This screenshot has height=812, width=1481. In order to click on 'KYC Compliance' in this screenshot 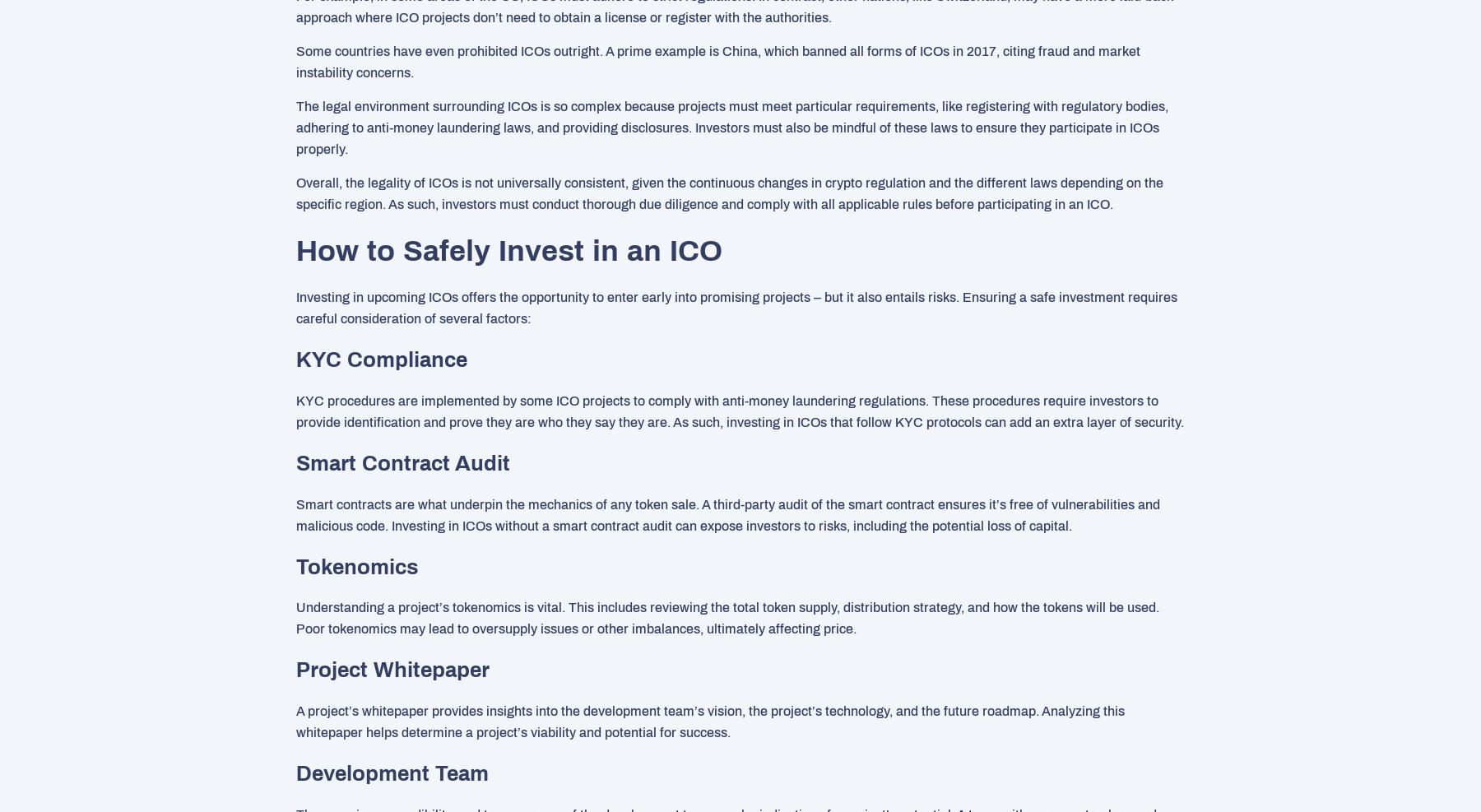, I will do `click(381, 357)`.